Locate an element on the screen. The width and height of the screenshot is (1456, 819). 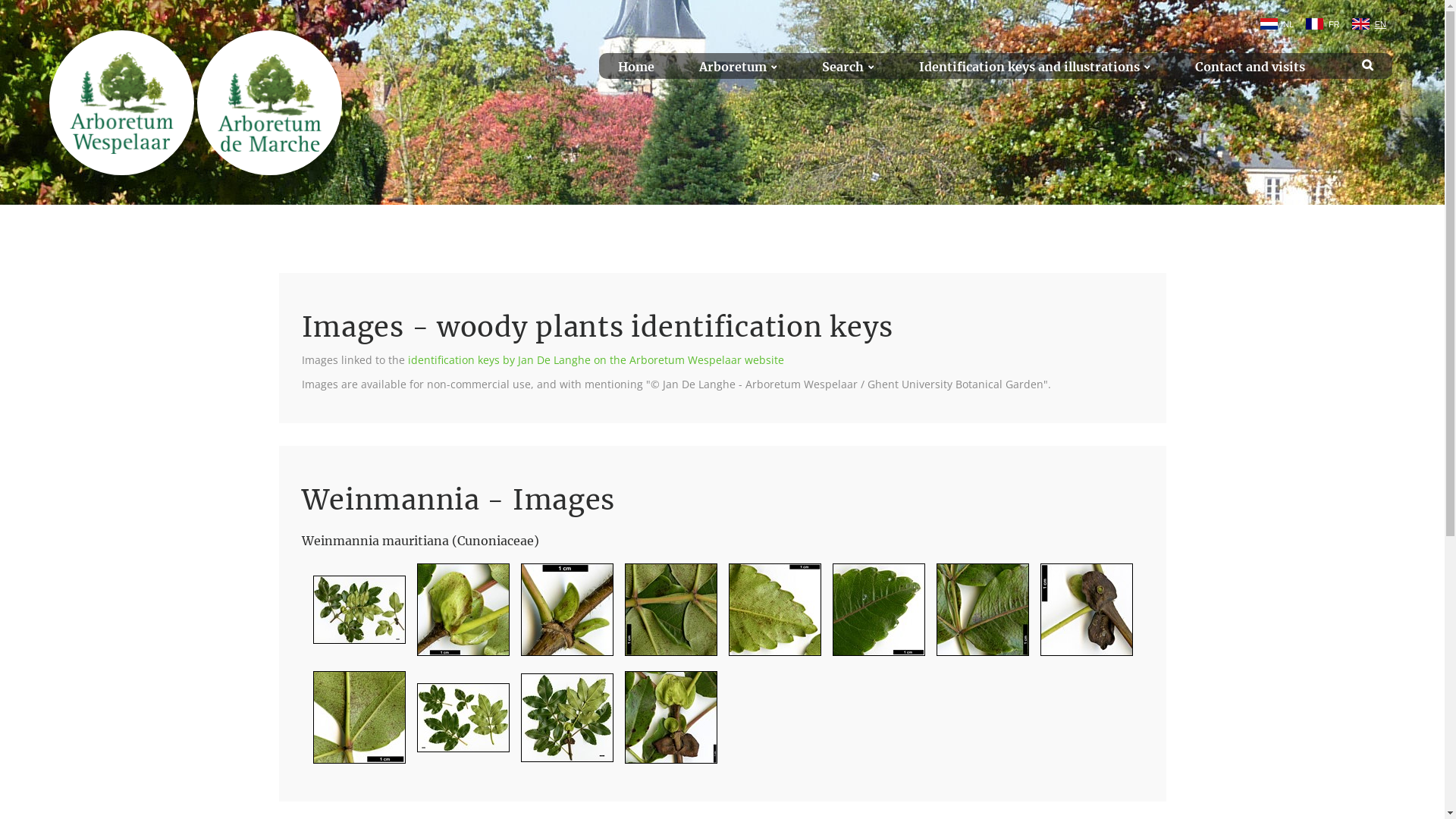
'Arboretum' is located at coordinates (698, 66).